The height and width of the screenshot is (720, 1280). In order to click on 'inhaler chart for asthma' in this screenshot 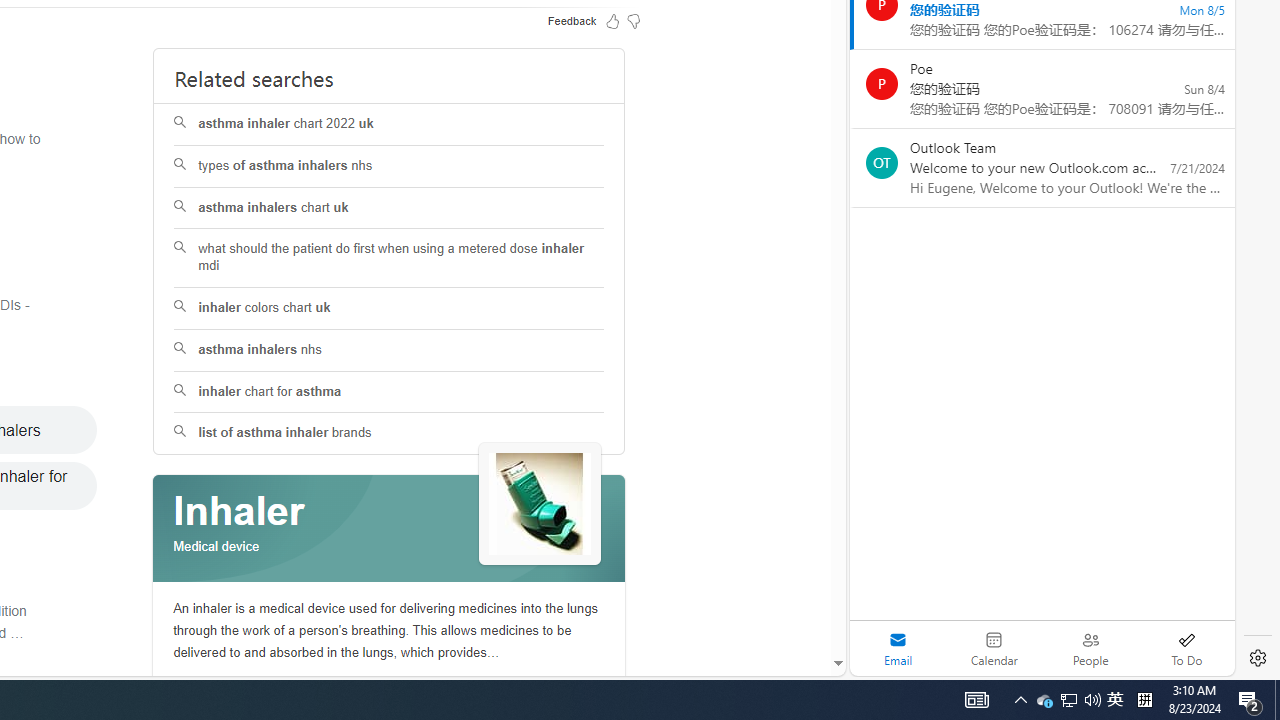, I will do `click(389, 392)`.